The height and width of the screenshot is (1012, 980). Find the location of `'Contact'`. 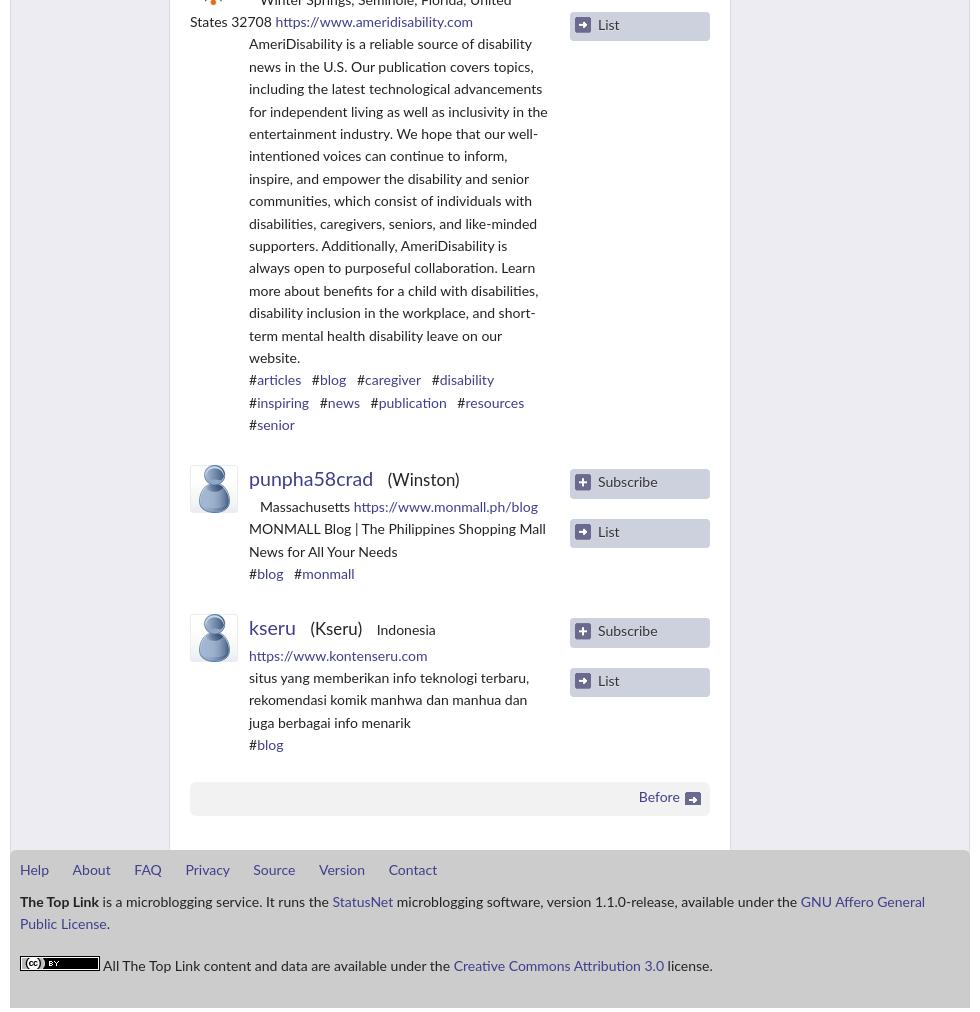

'Contact' is located at coordinates (412, 869).